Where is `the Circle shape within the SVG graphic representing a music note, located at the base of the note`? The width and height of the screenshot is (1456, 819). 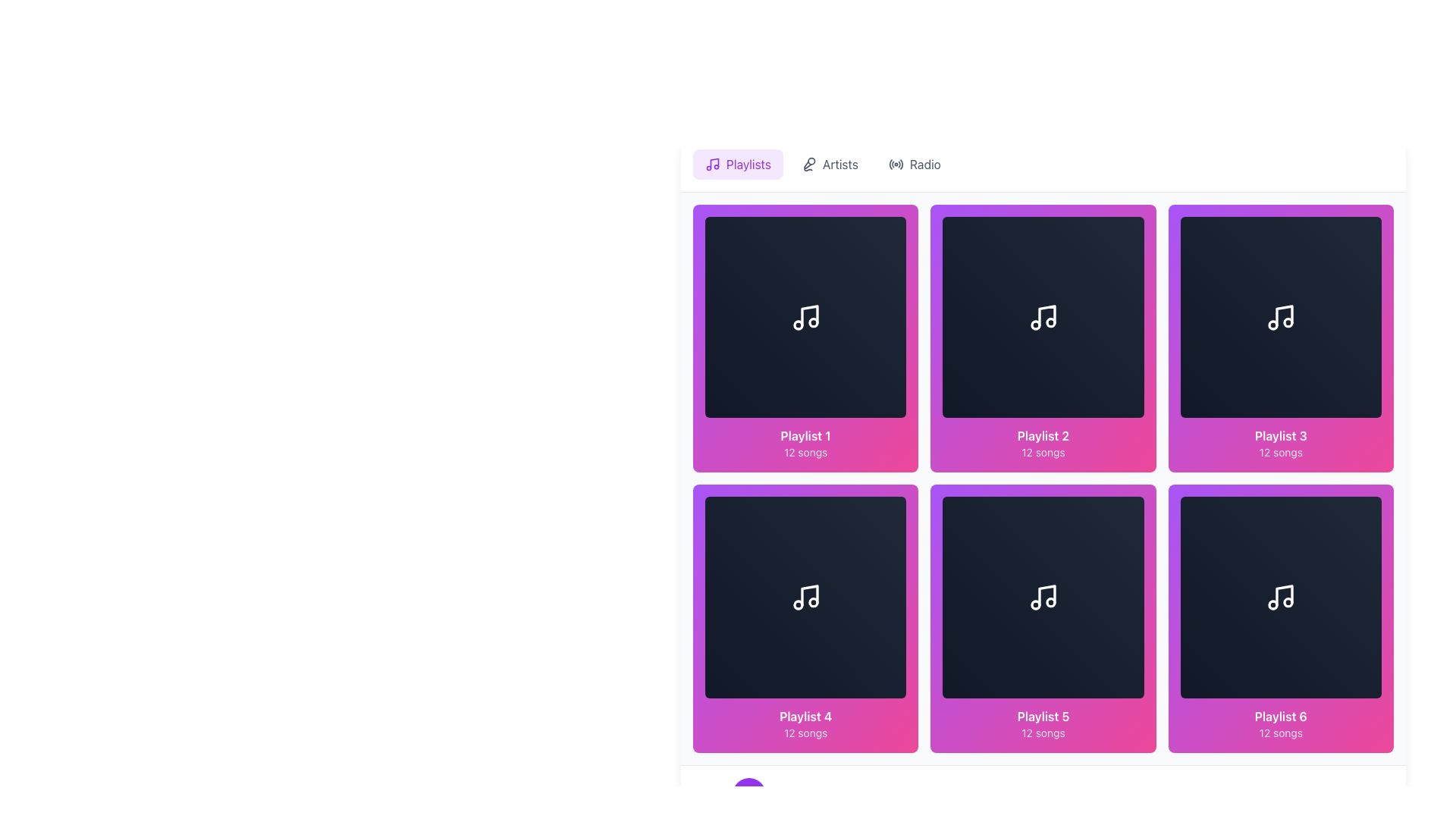
the Circle shape within the SVG graphic representing a music note, located at the base of the note is located at coordinates (1050, 322).